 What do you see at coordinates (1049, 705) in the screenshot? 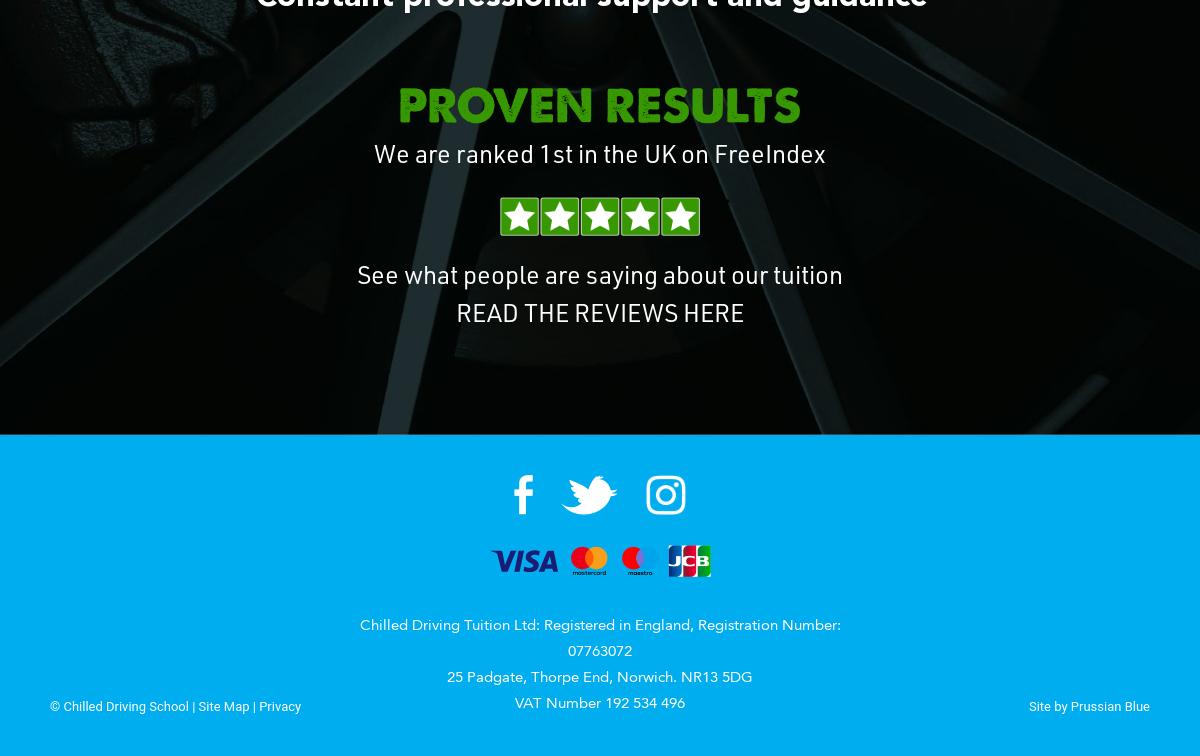
I see `'Site by'` at bounding box center [1049, 705].